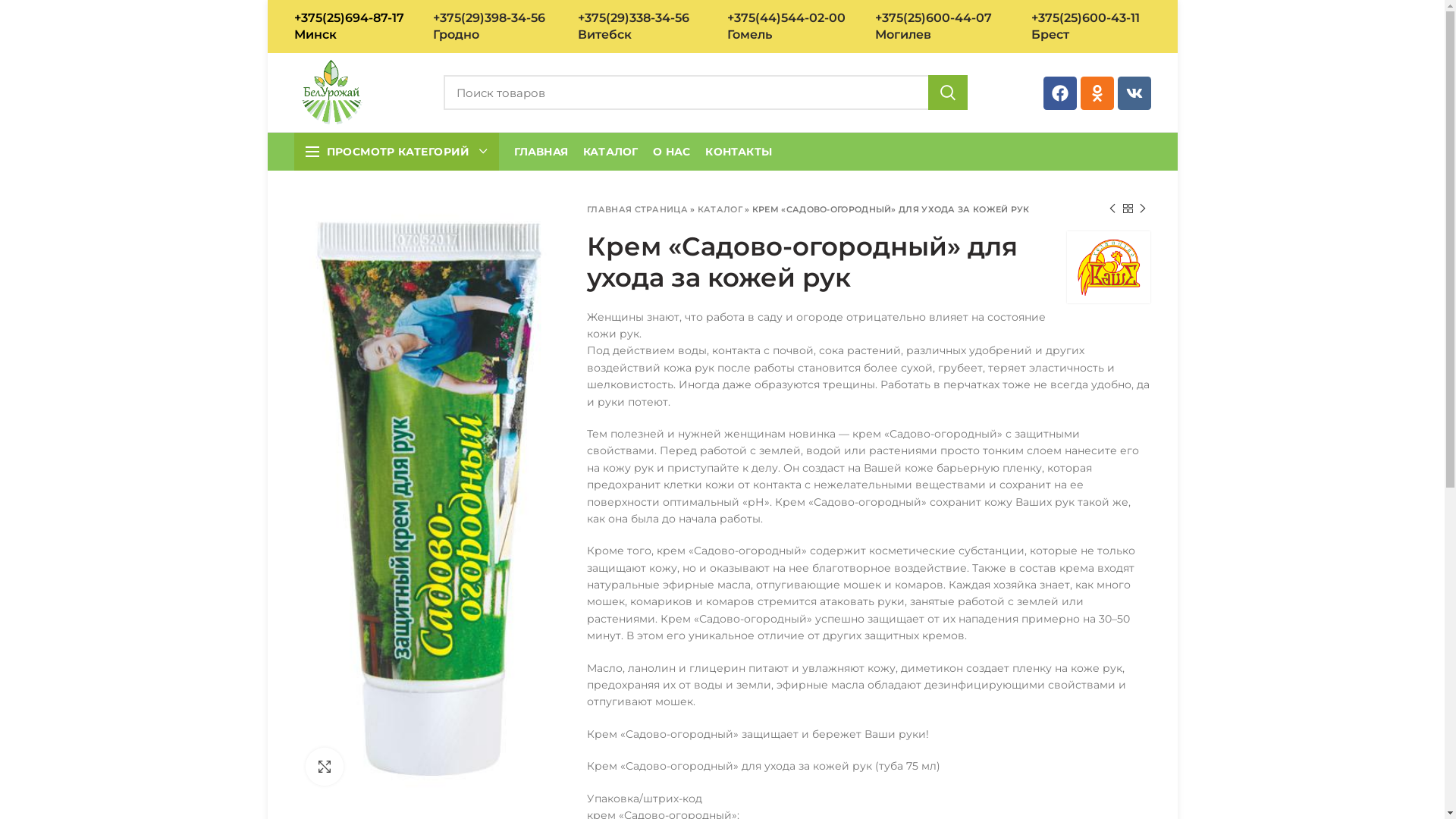 The height and width of the screenshot is (819, 1456). What do you see at coordinates (428, 499) in the screenshot?
I see `'vhoz_sadovo-ogorodnyj_75ml_ver2017-01_4620015690254.jpg'` at bounding box center [428, 499].